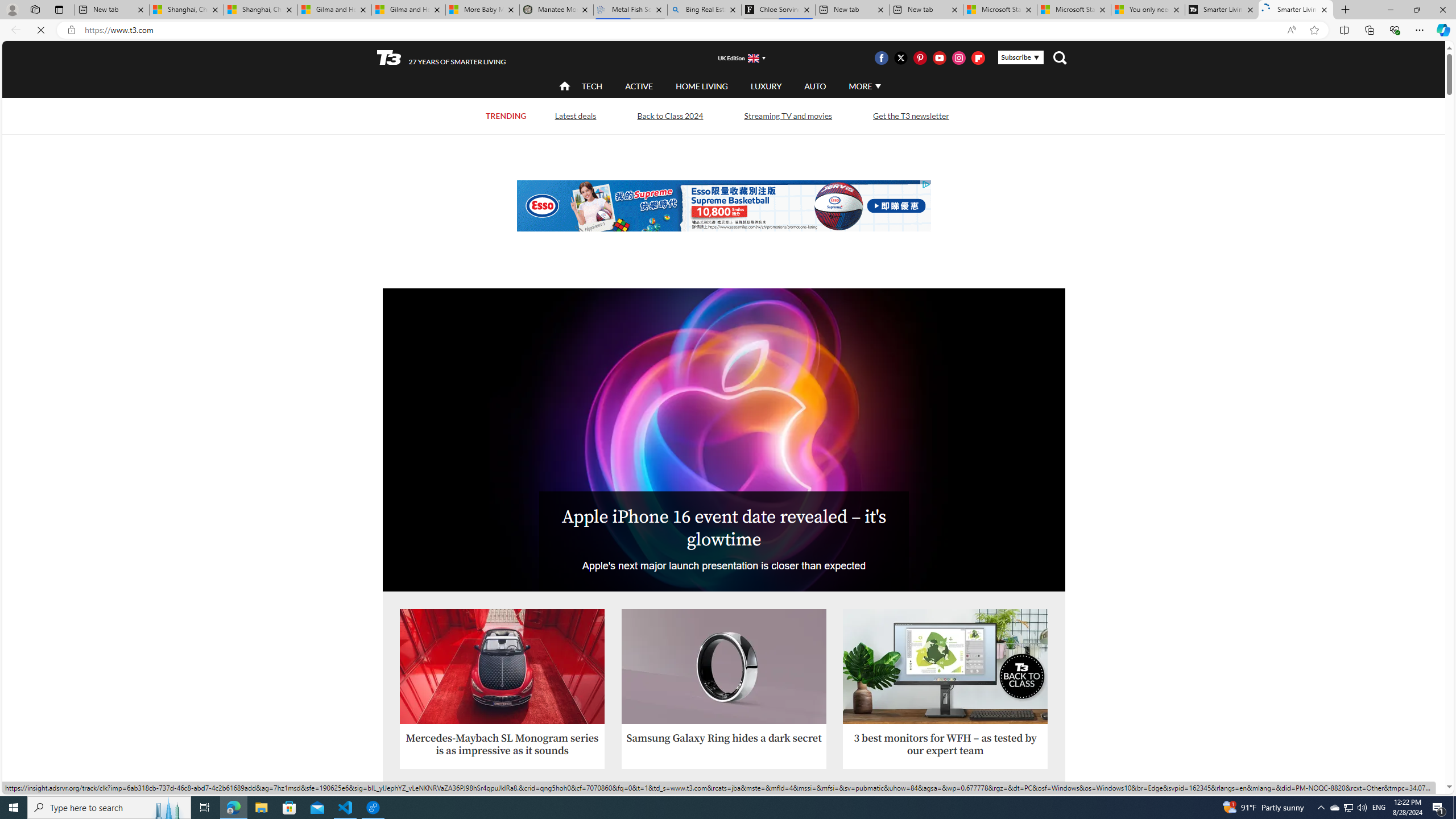  I want to click on 'UK Edition', so click(737, 58).